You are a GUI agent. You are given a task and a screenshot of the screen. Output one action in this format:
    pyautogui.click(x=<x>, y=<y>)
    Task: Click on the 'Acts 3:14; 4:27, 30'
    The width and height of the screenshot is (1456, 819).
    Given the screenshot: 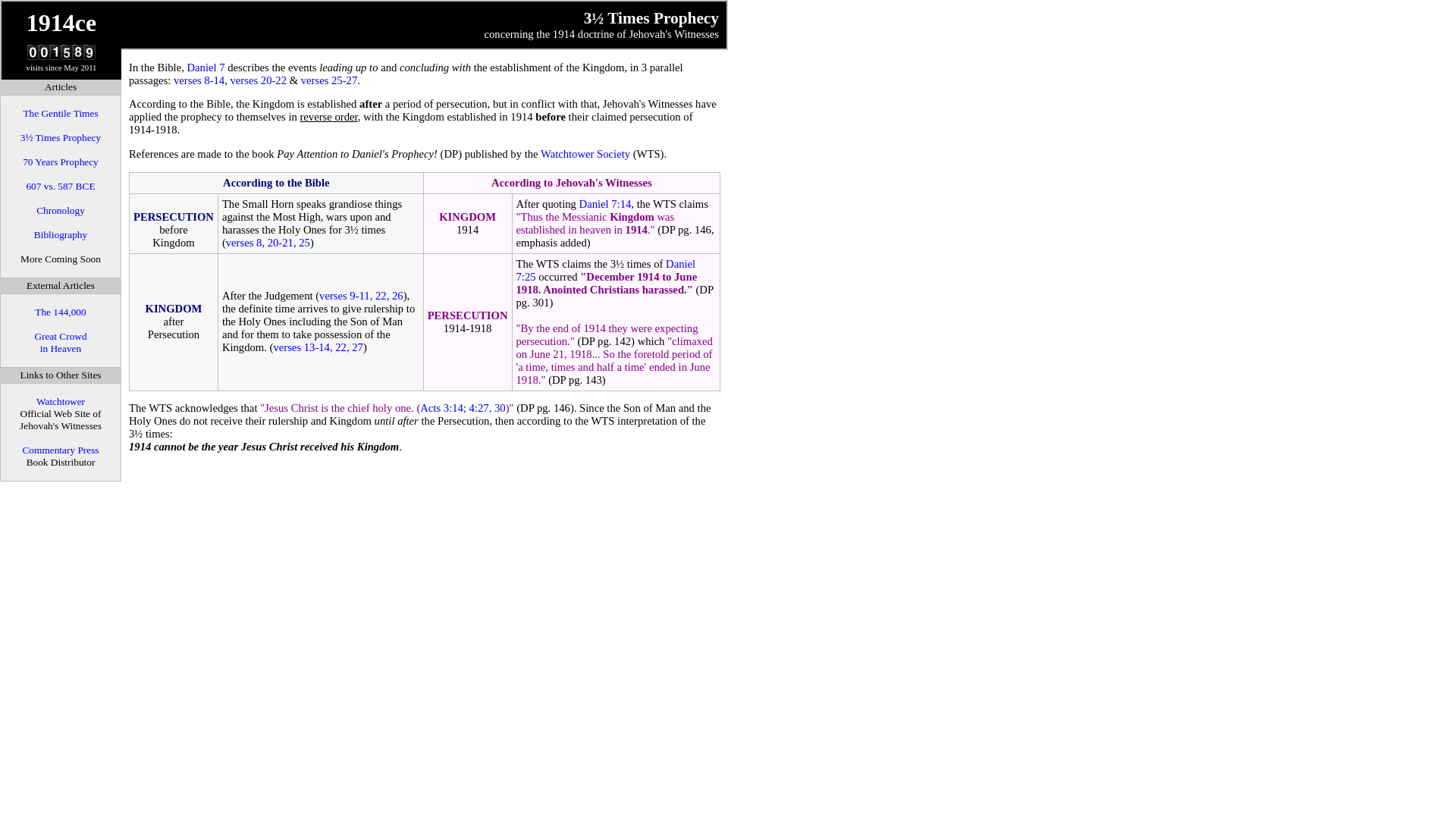 What is the action you would take?
    pyautogui.click(x=461, y=406)
    